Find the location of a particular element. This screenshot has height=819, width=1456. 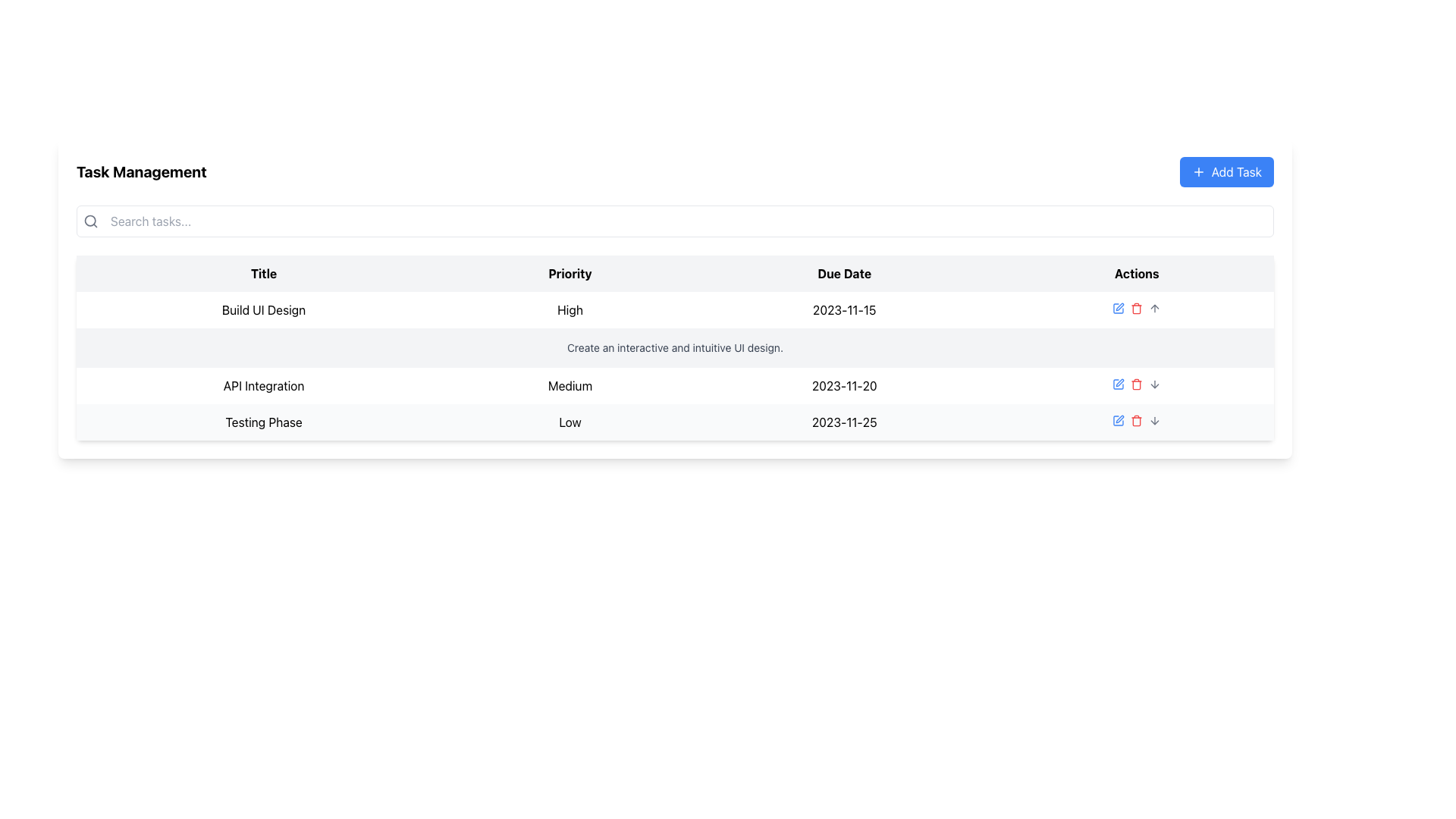

the 'Add Task' icon located to the left of the 'Add Task' text in the button at the top-right corner of the layout is located at coordinates (1197, 171).